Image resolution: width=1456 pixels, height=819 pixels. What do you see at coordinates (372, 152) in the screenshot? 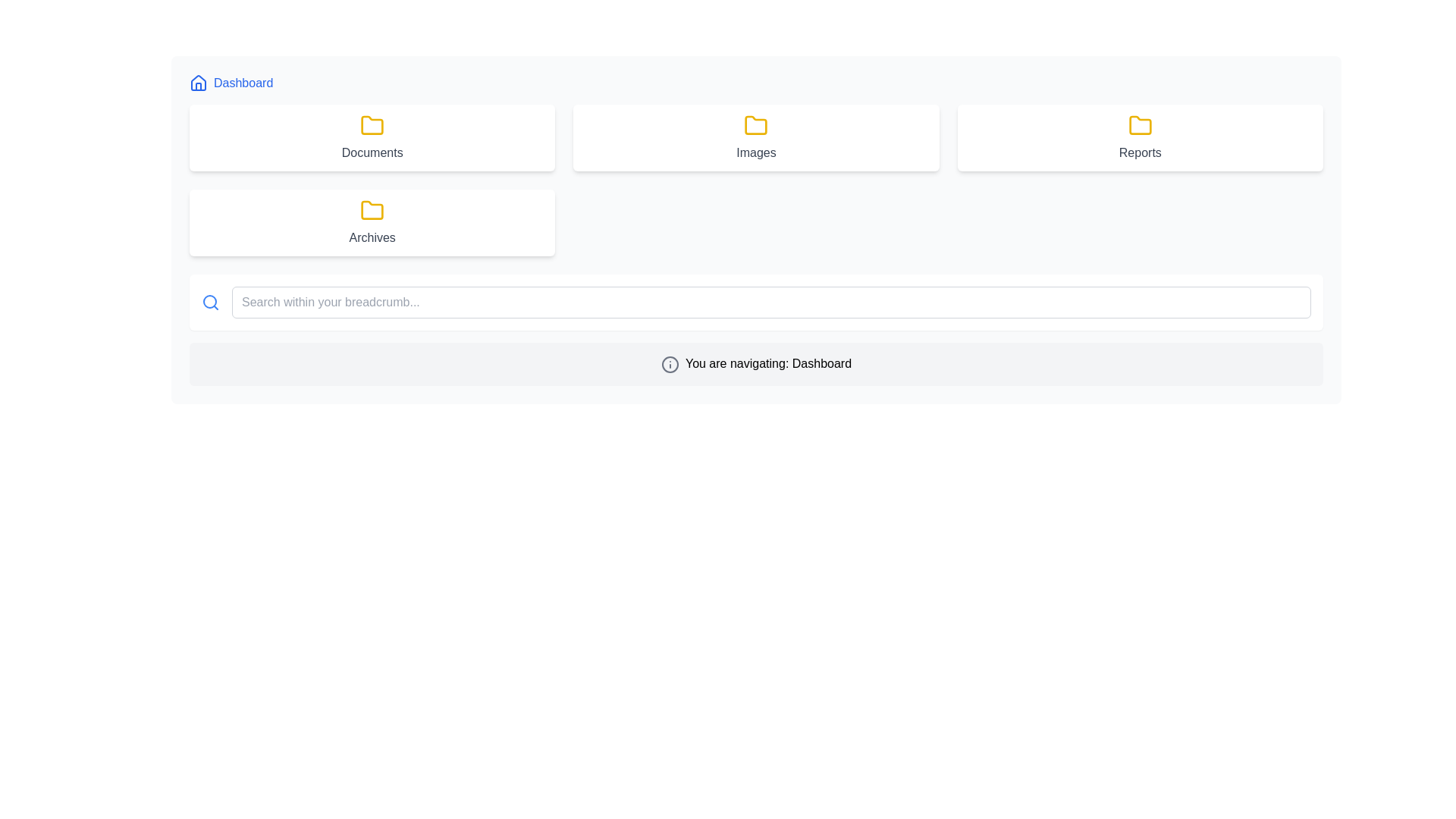
I see `the 'Documents' text label, which is a descriptive label for the folder component representing the Documents section, located below a yellow folder icon in the upper section of the interface` at bounding box center [372, 152].